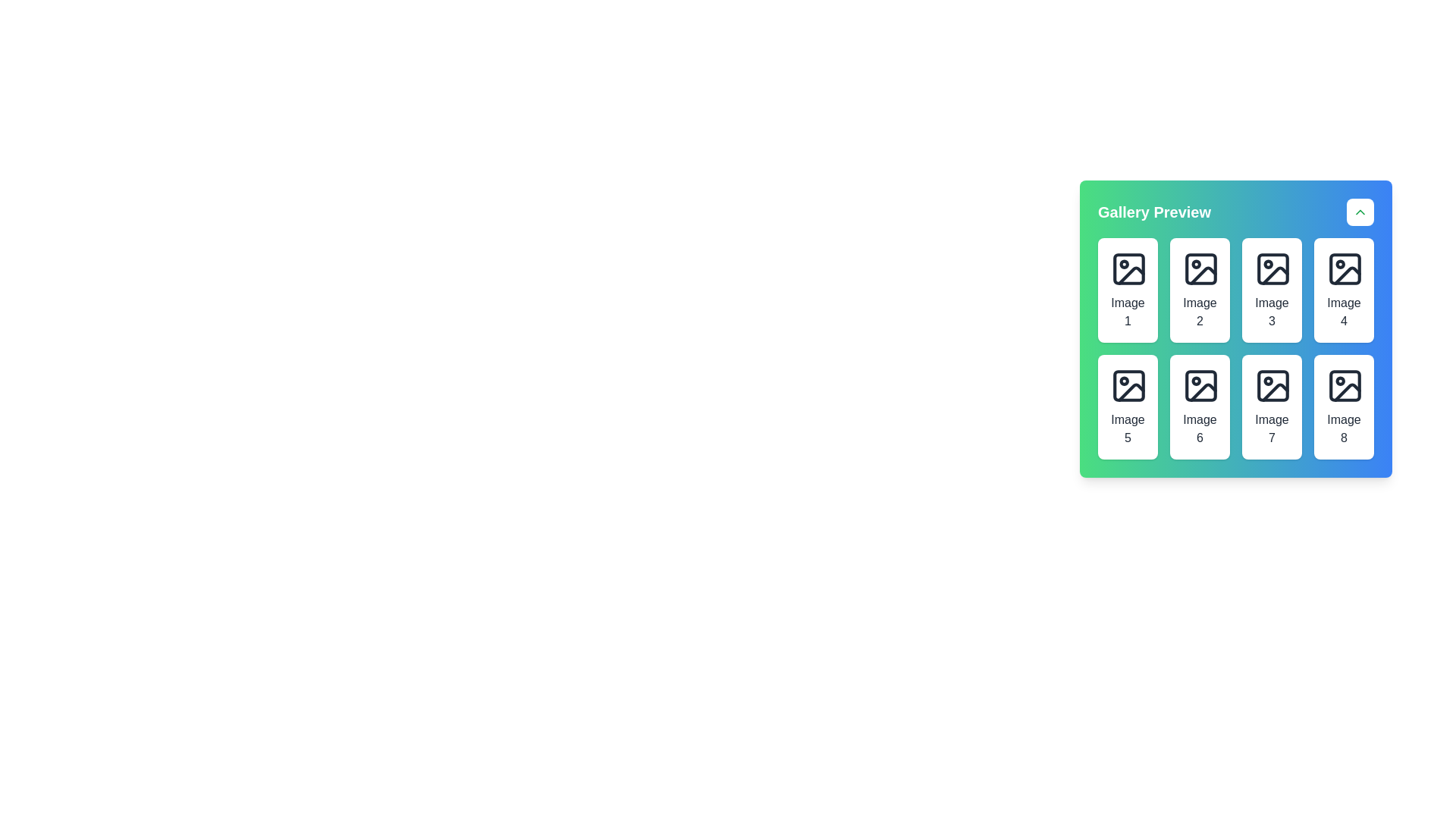 The height and width of the screenshot is (819, 1456). What do you see at coordinates (1345, 385) in the screenshot?
I see `the image placeholder icon labeled 'Image 8' located in the bottom-right cell of the 2x4 grid under the 'Gallery Preview' section` at bounding box center [1345, 385].